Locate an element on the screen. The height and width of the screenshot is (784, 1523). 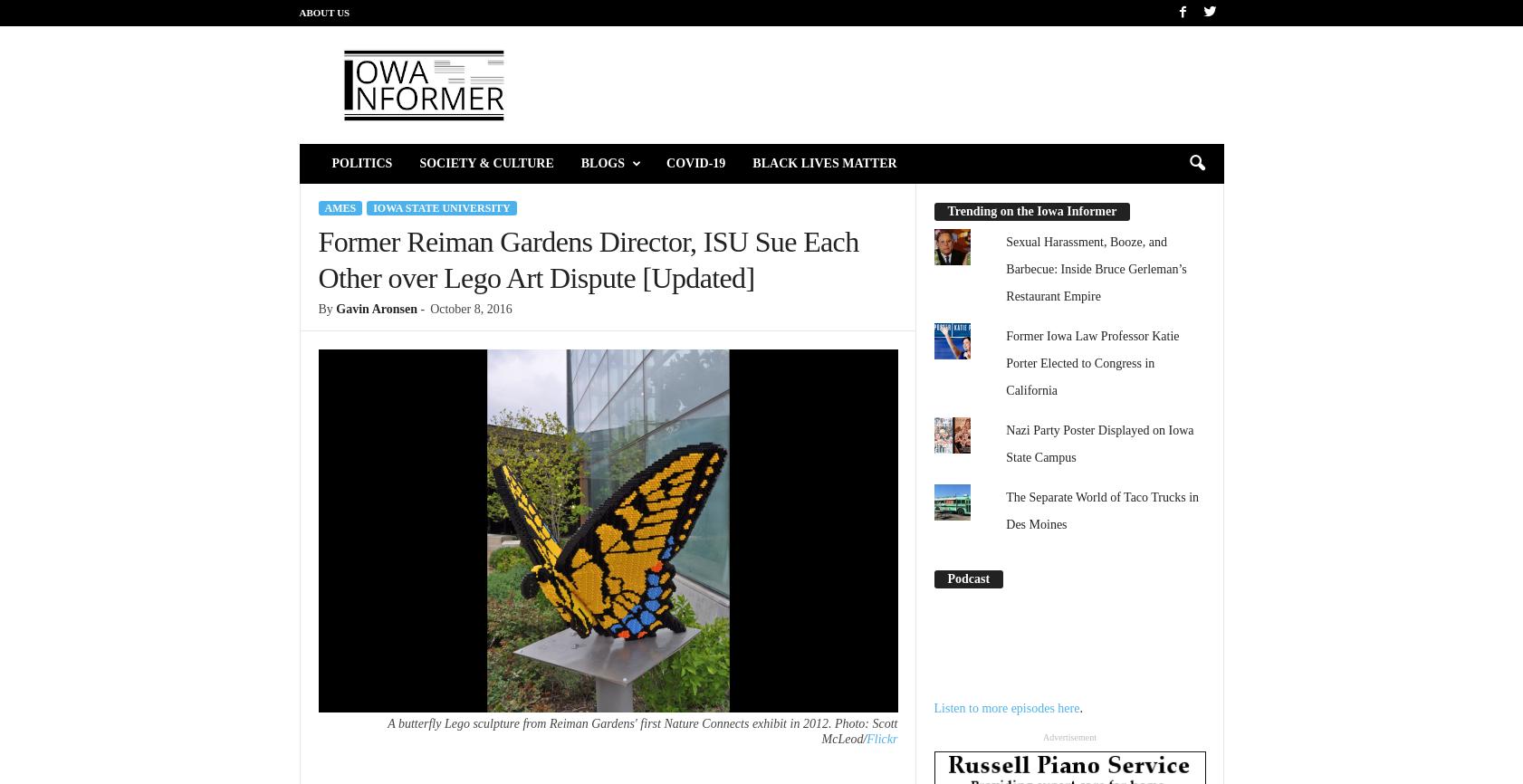
'Iowa State University' is located at coordinates (441, 207).